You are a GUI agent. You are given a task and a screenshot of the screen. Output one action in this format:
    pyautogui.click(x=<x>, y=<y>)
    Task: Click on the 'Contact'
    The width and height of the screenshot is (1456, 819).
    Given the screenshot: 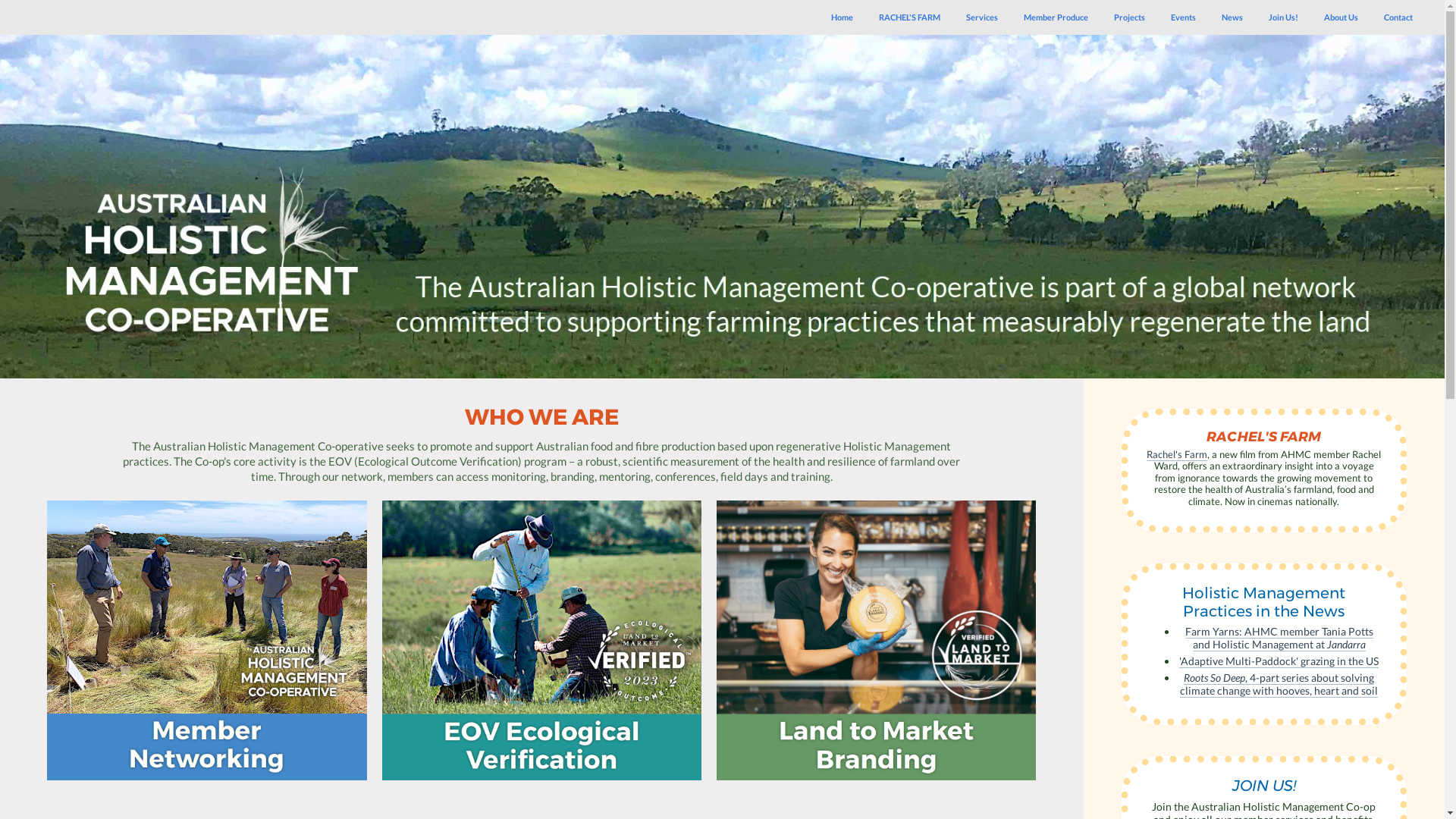 What is the action you would take?
    pyautogui.click(x=1397, y=17)
    